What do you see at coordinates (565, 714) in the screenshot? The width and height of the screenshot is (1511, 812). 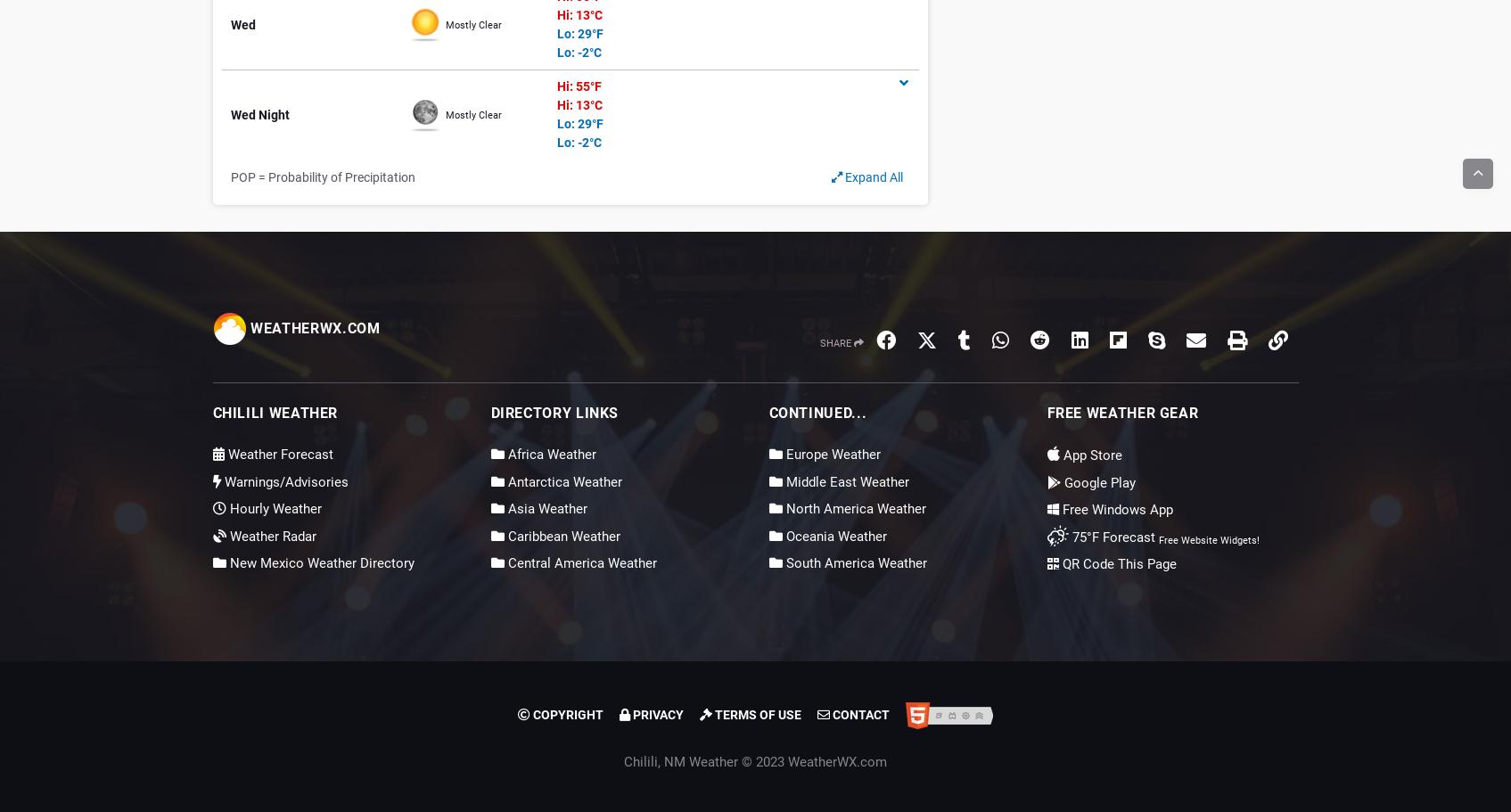 I see `'Copyright'` at bounding box center [565, 714].